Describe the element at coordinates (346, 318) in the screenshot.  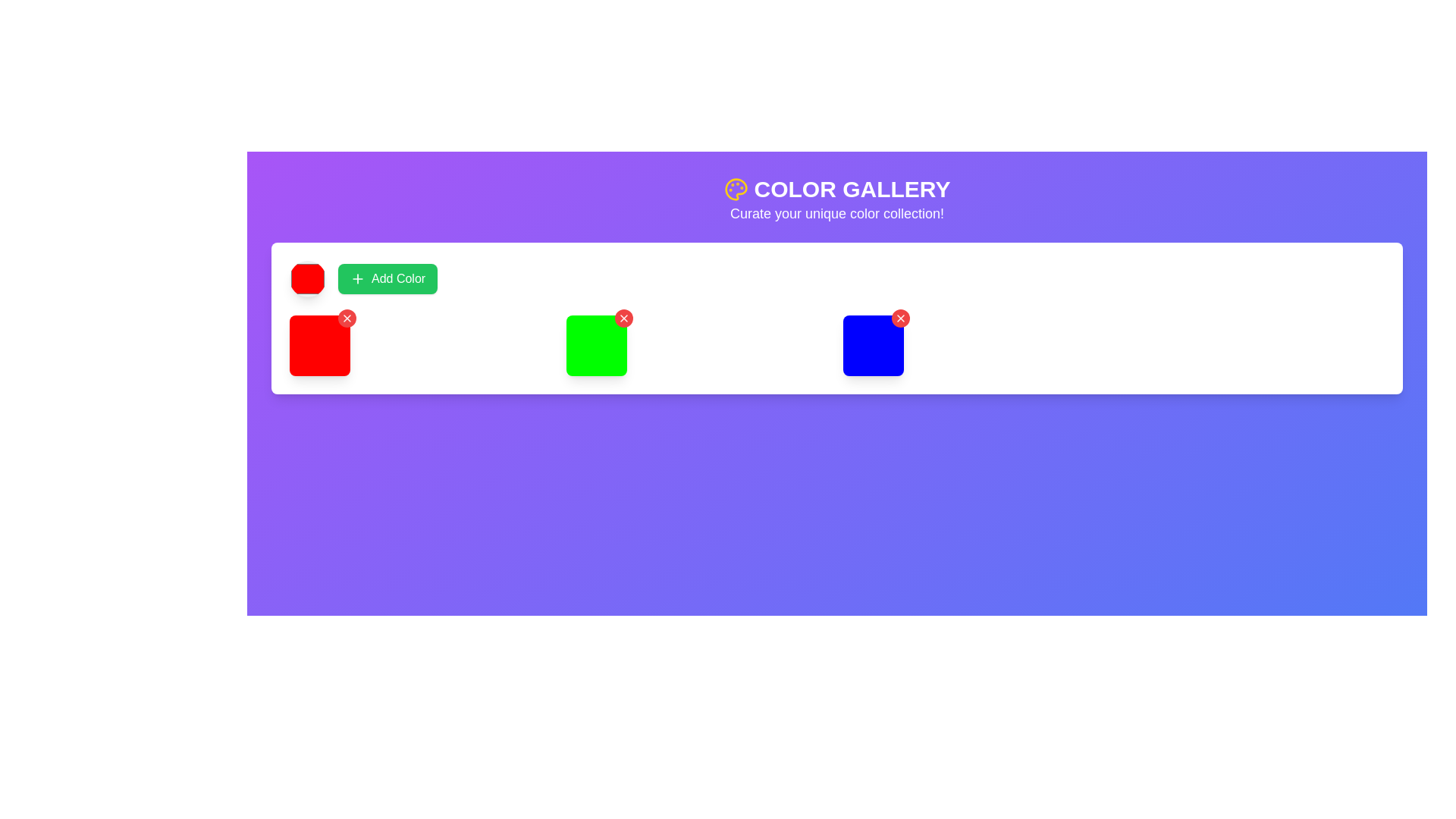
I see `the 'X' icon button located at the top-right corner of the circular red badge` at that location.